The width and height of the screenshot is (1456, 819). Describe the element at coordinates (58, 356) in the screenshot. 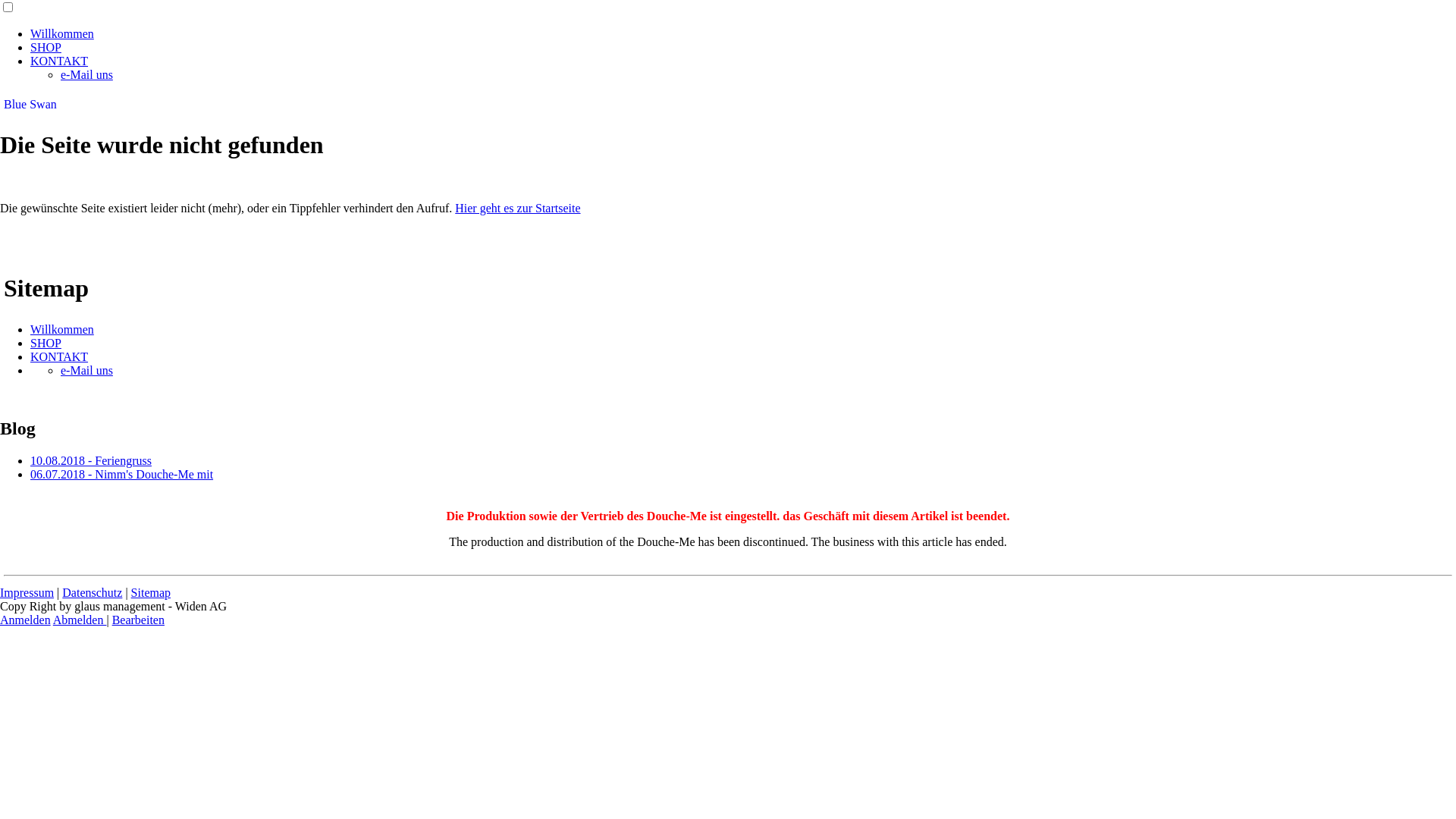

I see `'KONTAKT'` at that location.